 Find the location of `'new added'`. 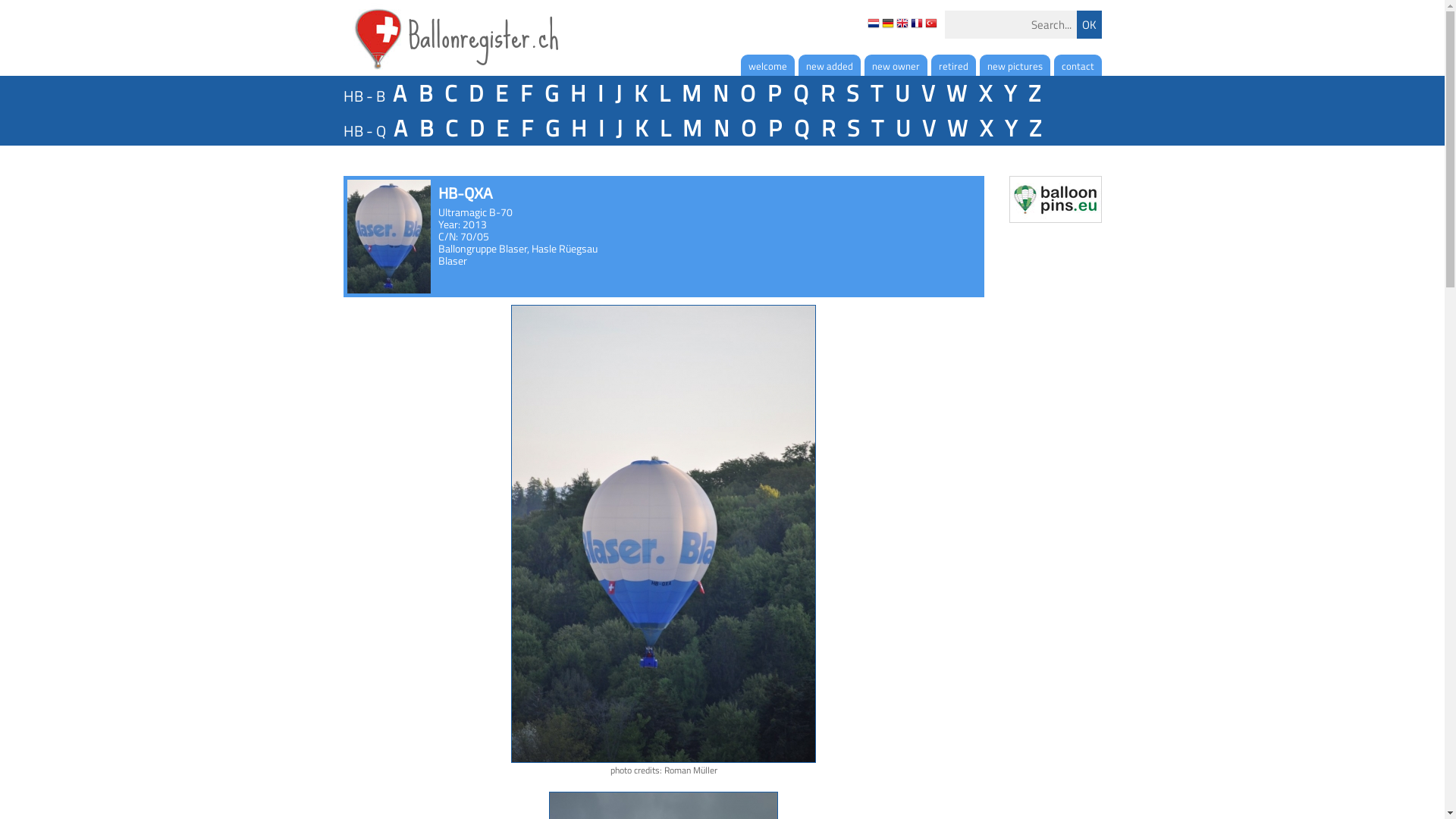

'new added' is located at coordinates (796, 64).